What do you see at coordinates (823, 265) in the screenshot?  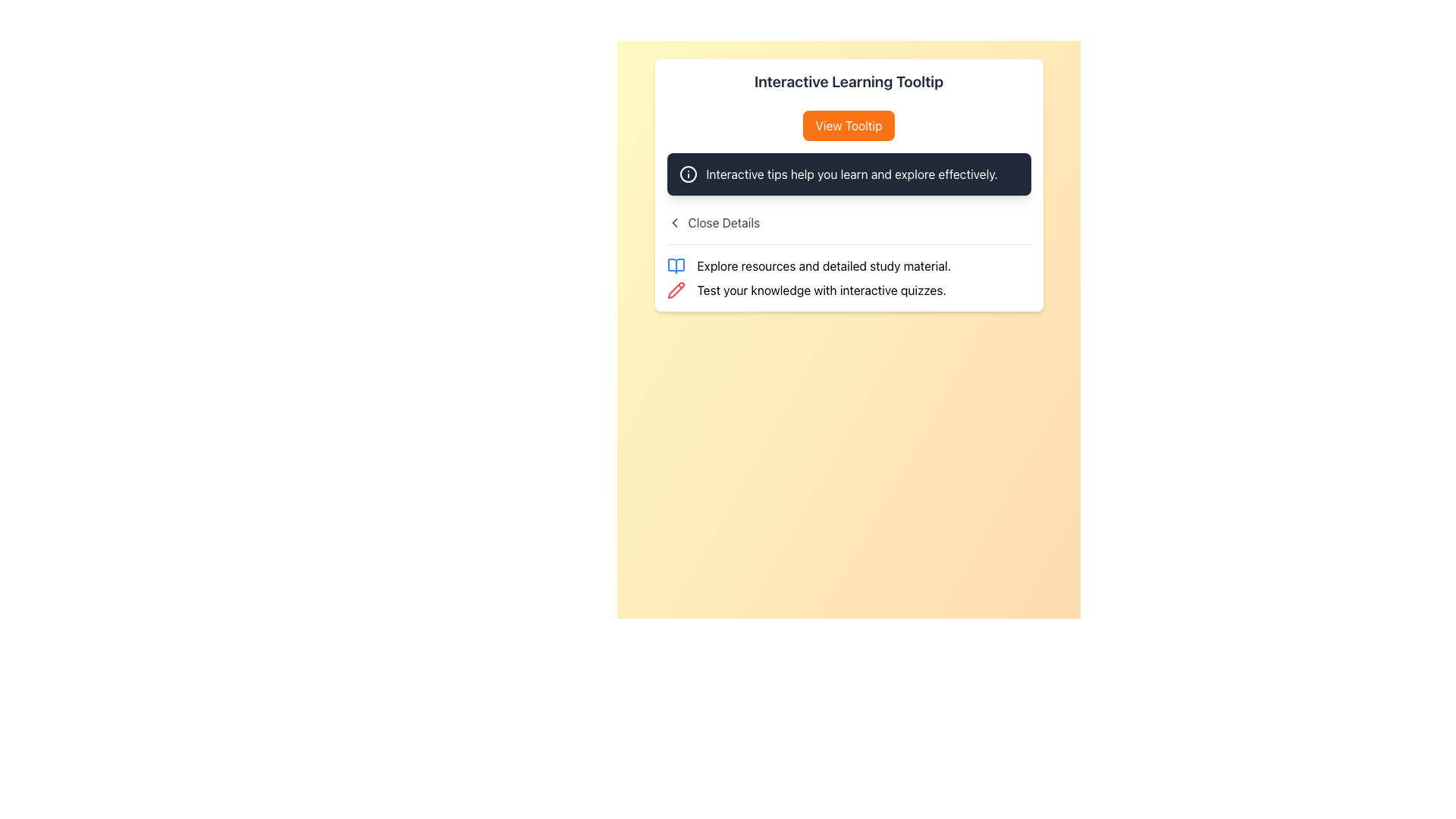 I see `text label that displays 'Explore resources and detailed study material.' located next to the open book icon under the 'Interactive Learning Tooltip' header` at bounding box center [823, 265].